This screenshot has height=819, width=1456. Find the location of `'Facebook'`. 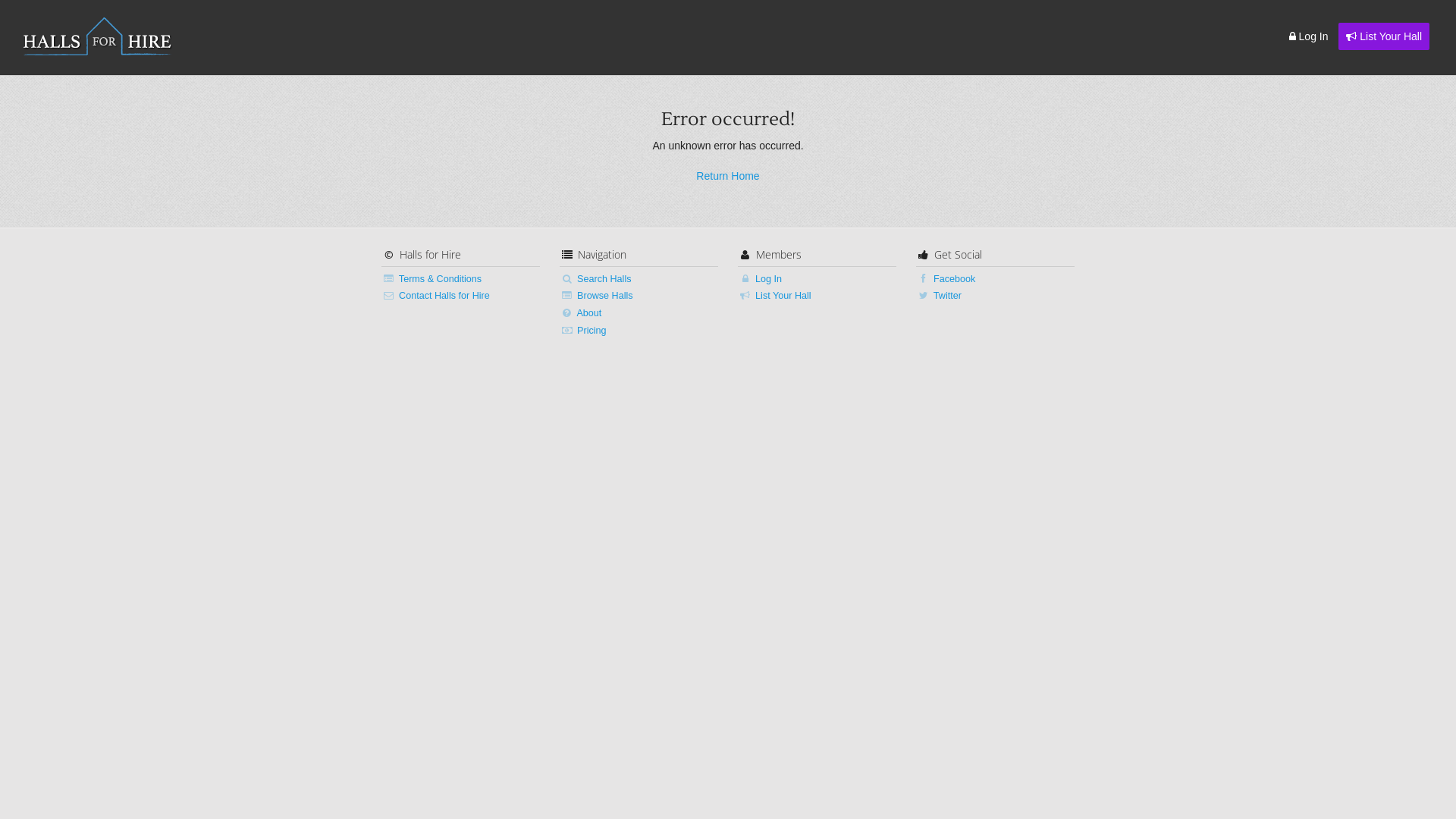

'Facebook' is located at coordinates (996, 279).